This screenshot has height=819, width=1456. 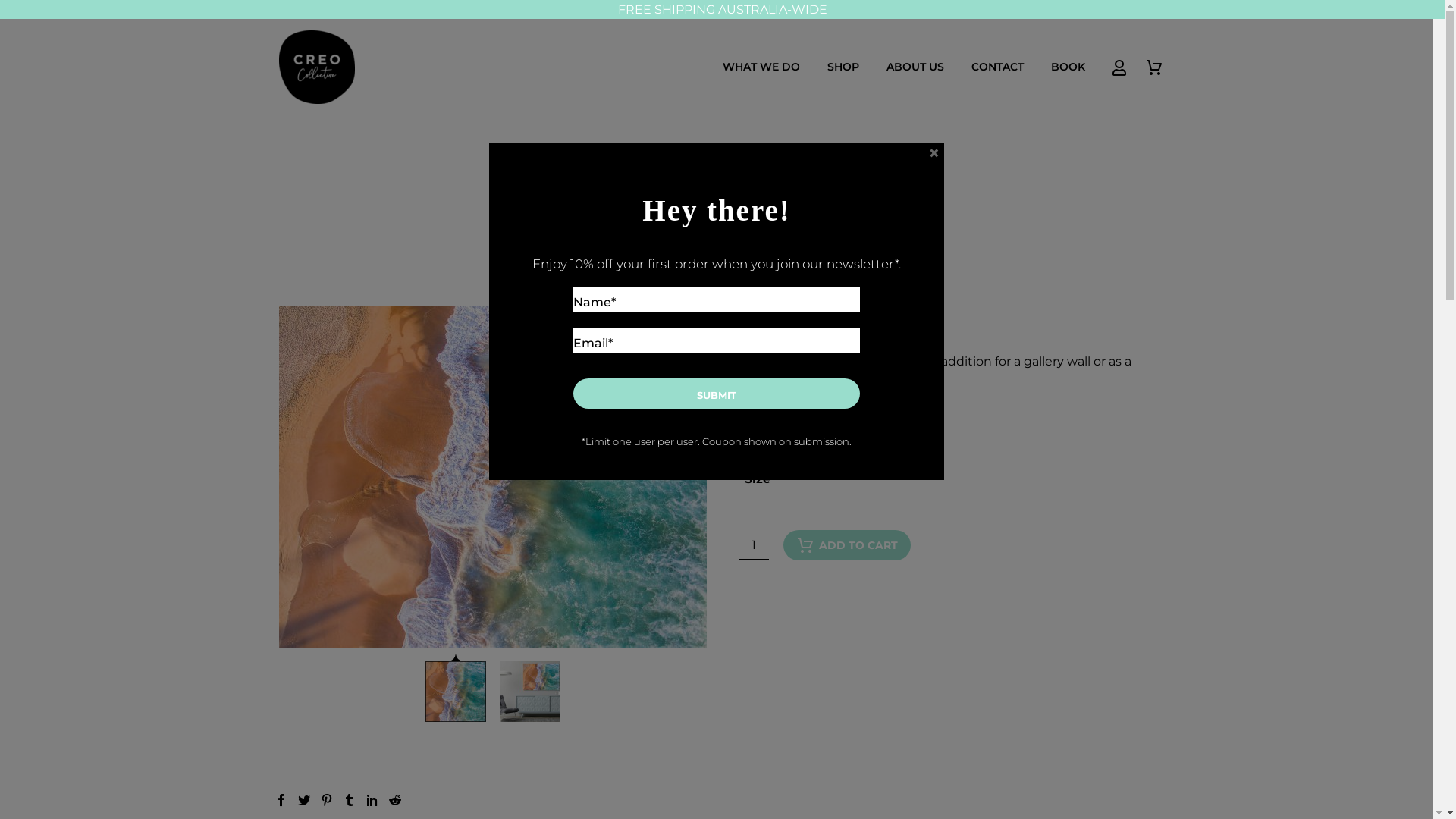 I want to click on 'CONTACT', so click(x=997, y=66).